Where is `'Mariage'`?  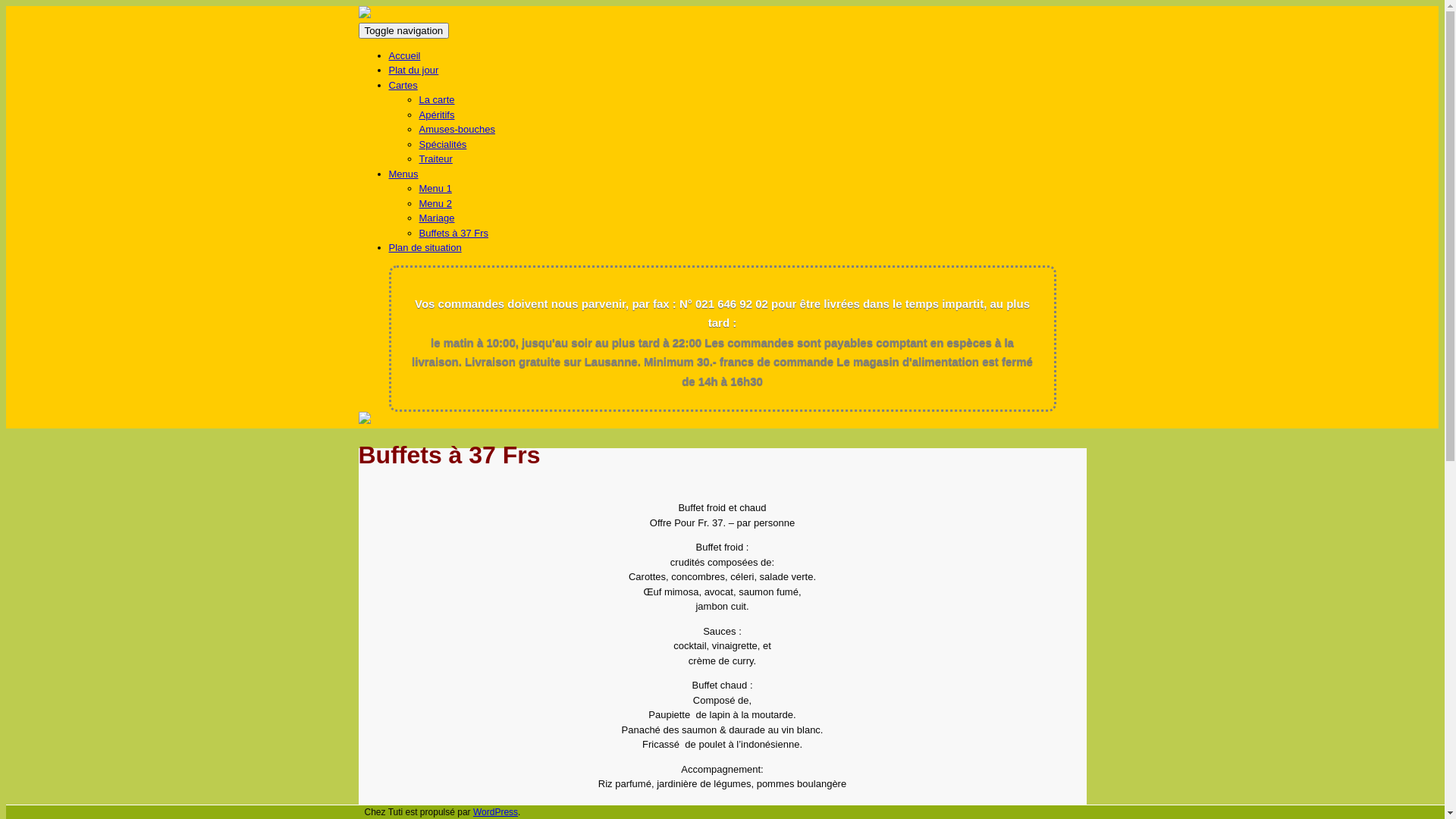 'Mariage' is located at coordinates (435, 218).